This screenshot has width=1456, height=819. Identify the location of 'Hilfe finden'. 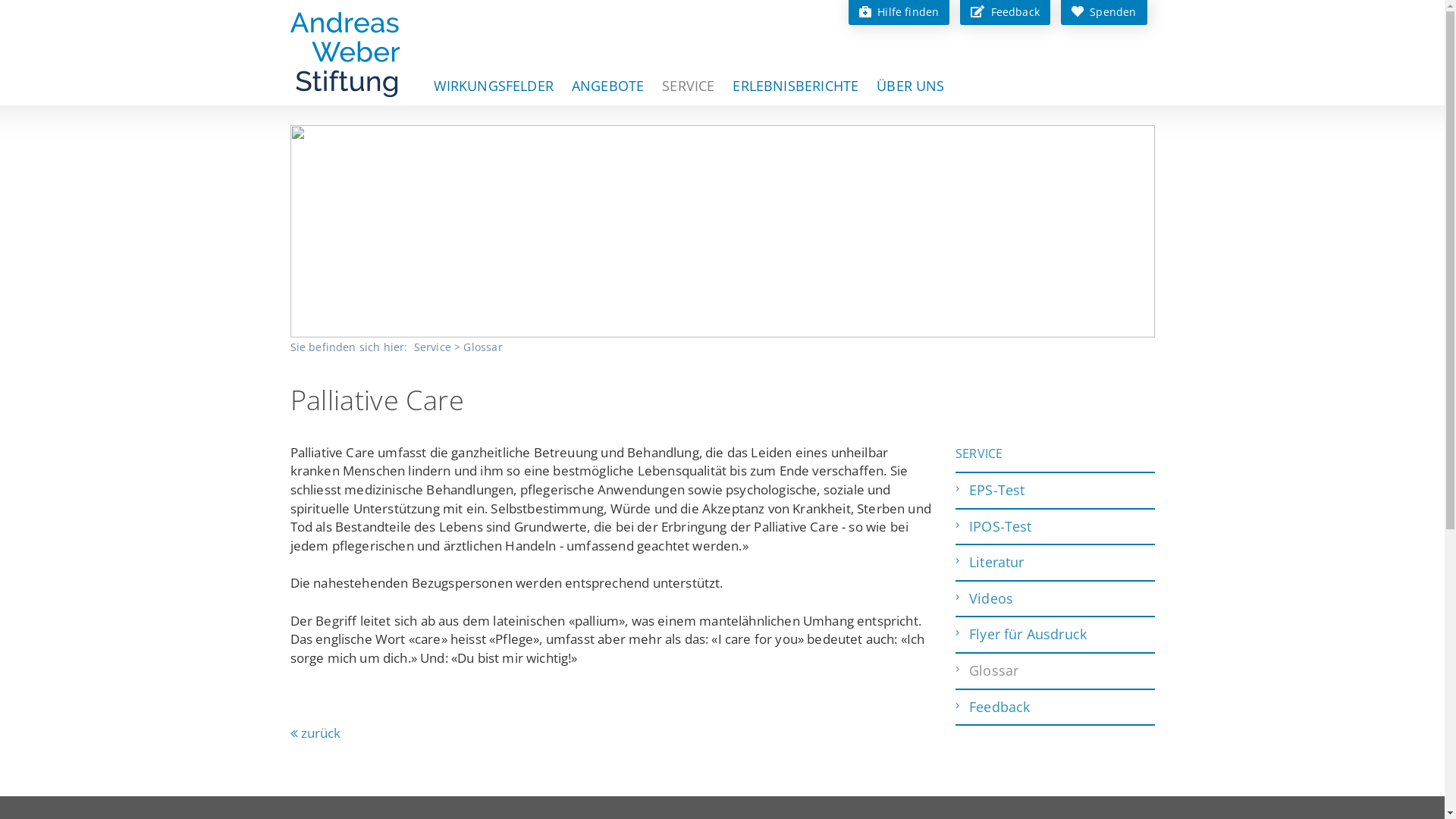
(858, 11).